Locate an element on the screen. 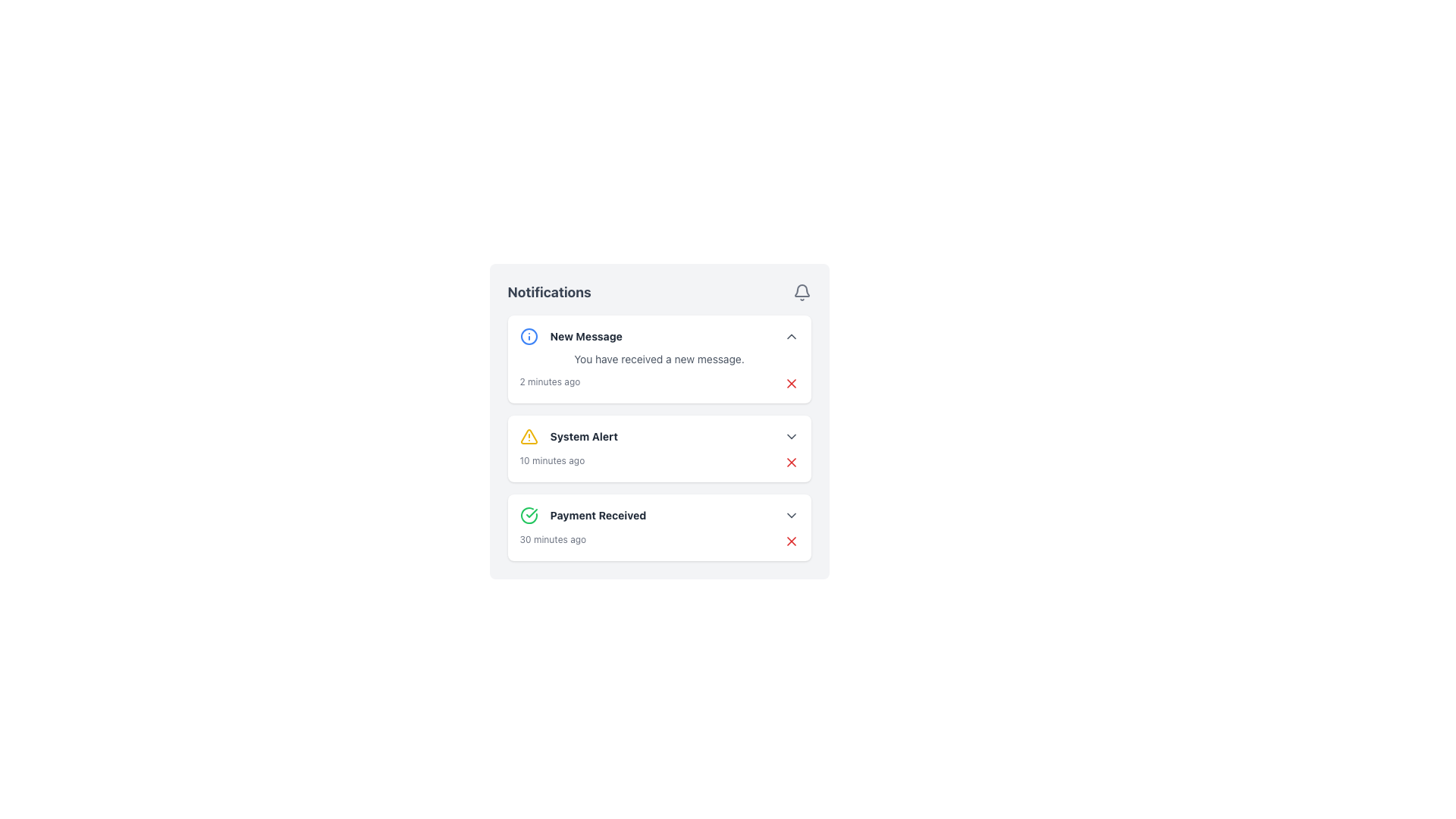 The height and width of the screenshot is (819, 1456). the red 'X' Close icon in the top-right corner of the first notification card is located at coordinates (790, 382).